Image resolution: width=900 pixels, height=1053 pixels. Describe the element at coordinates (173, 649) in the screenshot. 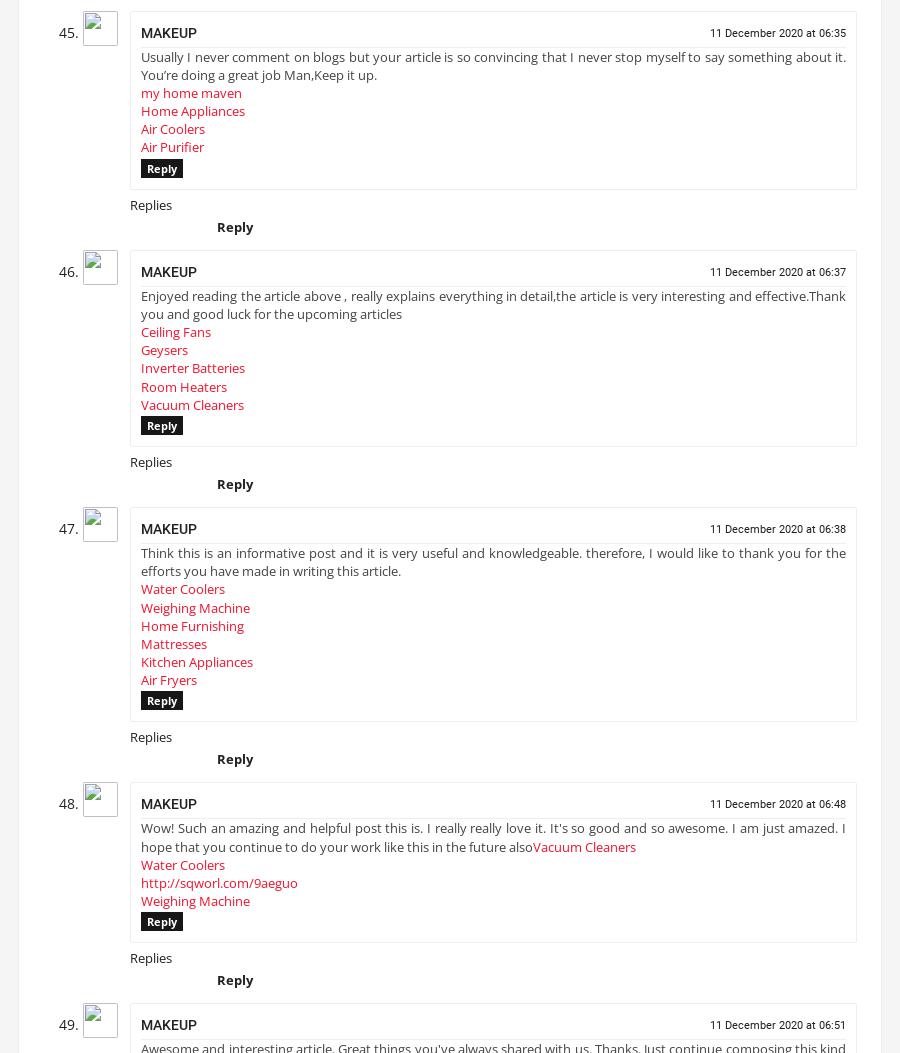

I see `'Mattresses'` at that location.